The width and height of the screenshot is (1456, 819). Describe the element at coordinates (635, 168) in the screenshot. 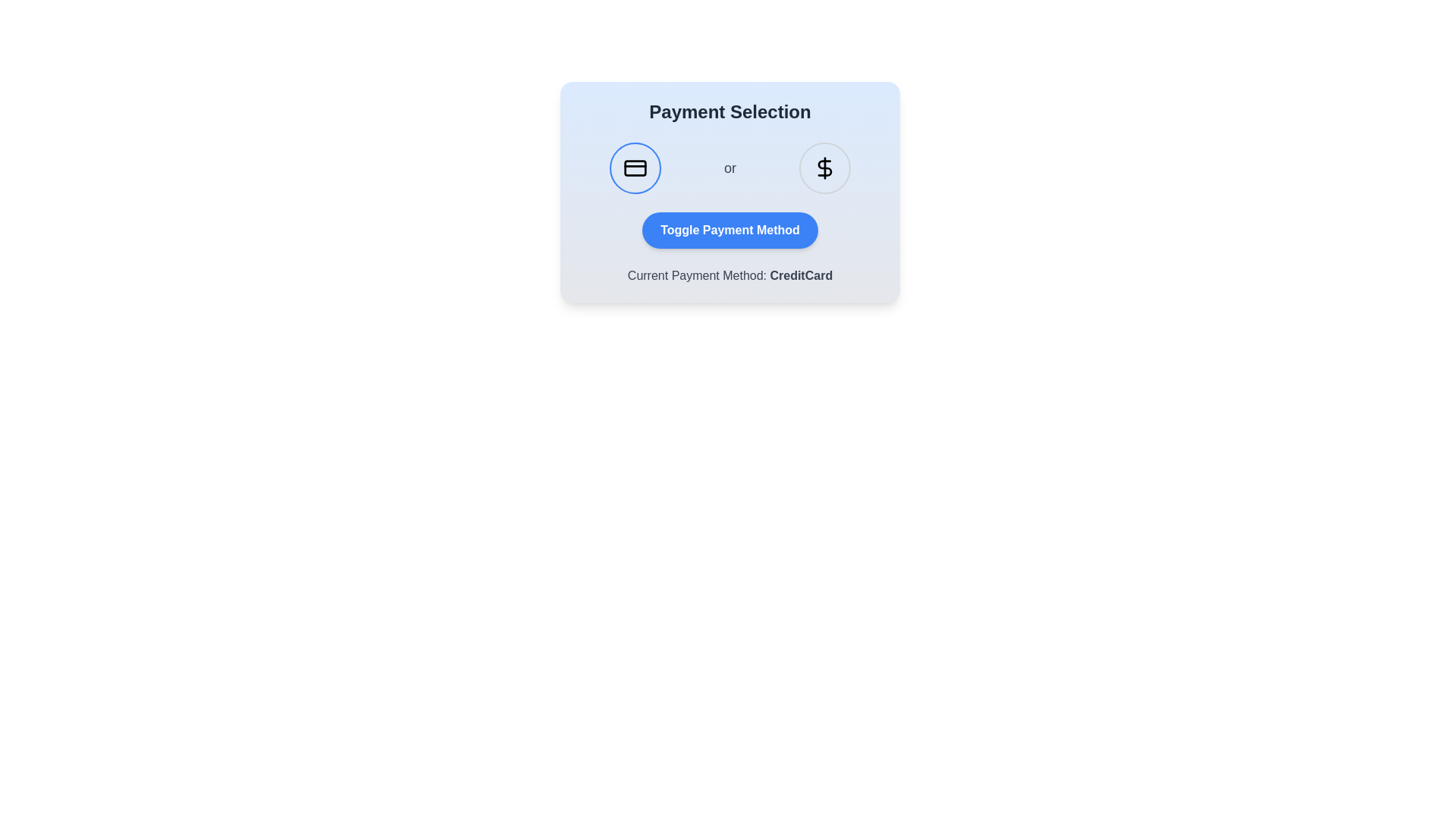

I see `the credit card icon located inside a blue-bordered circle` at that location.